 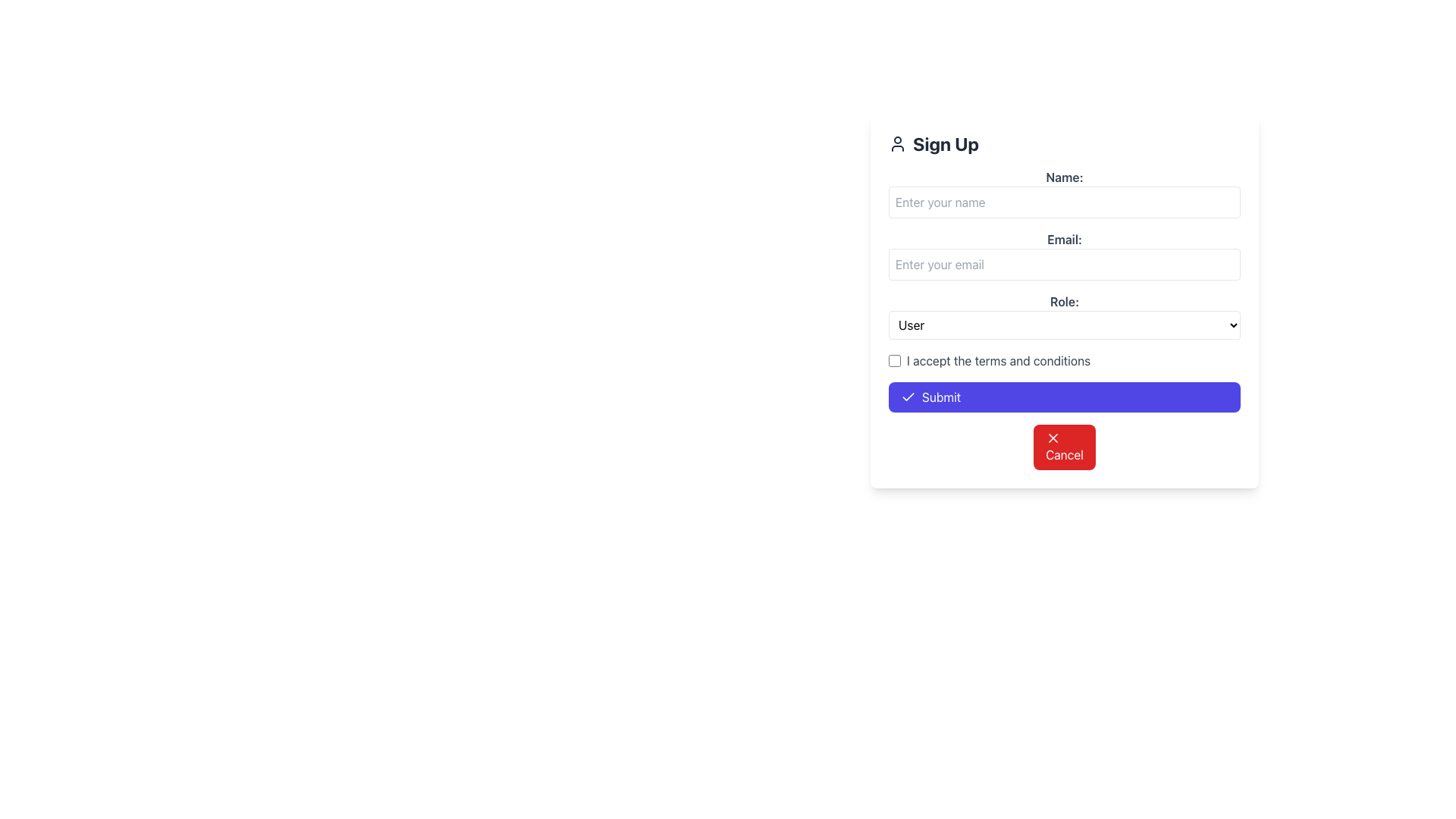 I want to click on the text label reading 'Role:' which is styled bold and dark gray, positioned above the dropdown menu labeled 'User' in the Sign Up form, so click(x=1063, y=301).